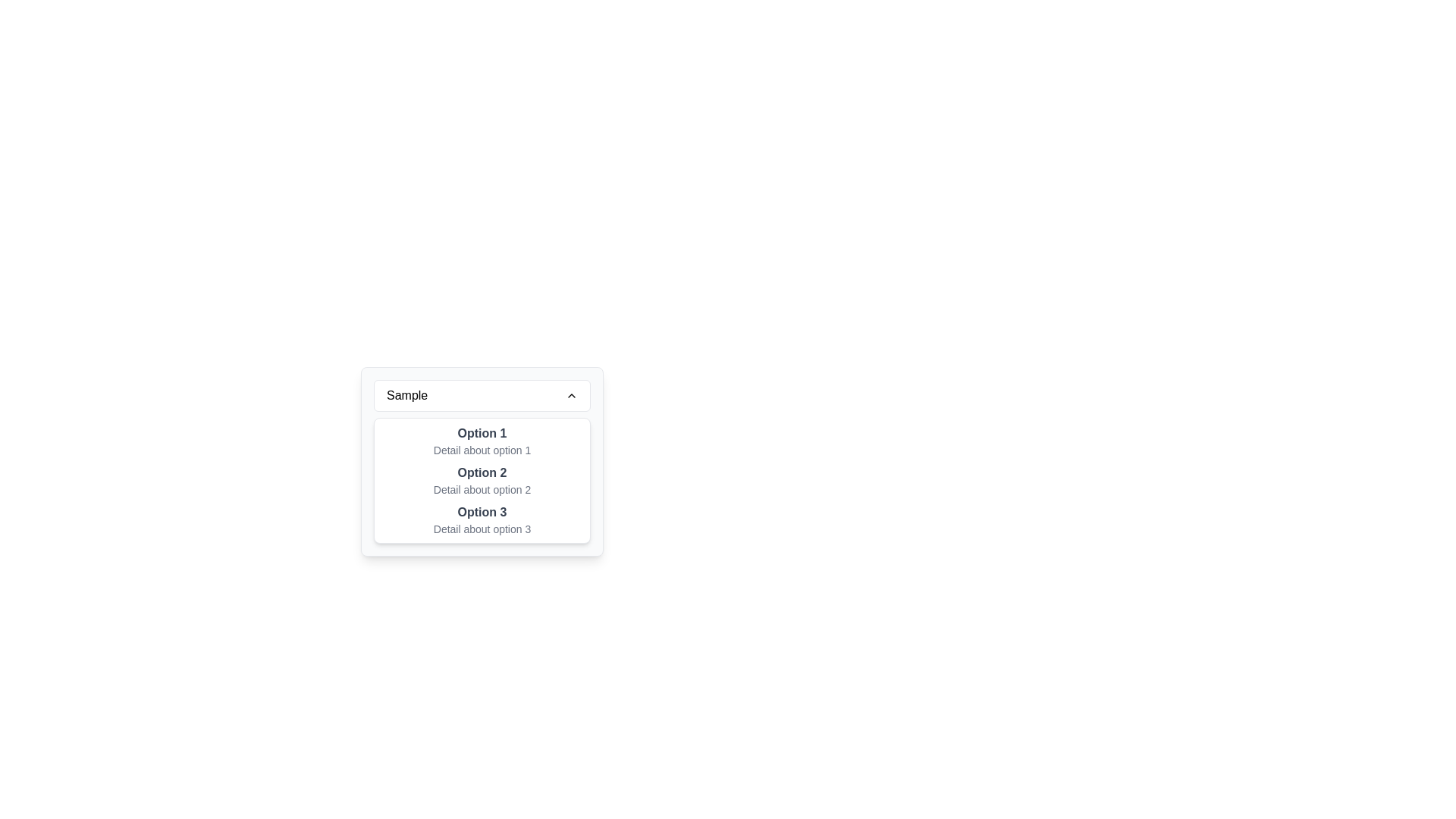  I want to click on the second option labeled 'Option 2' in the dropdown menu, which is styled with a white background and rounded edges, located below 'Option 1' and above 'Option 3', so click(481, 468).